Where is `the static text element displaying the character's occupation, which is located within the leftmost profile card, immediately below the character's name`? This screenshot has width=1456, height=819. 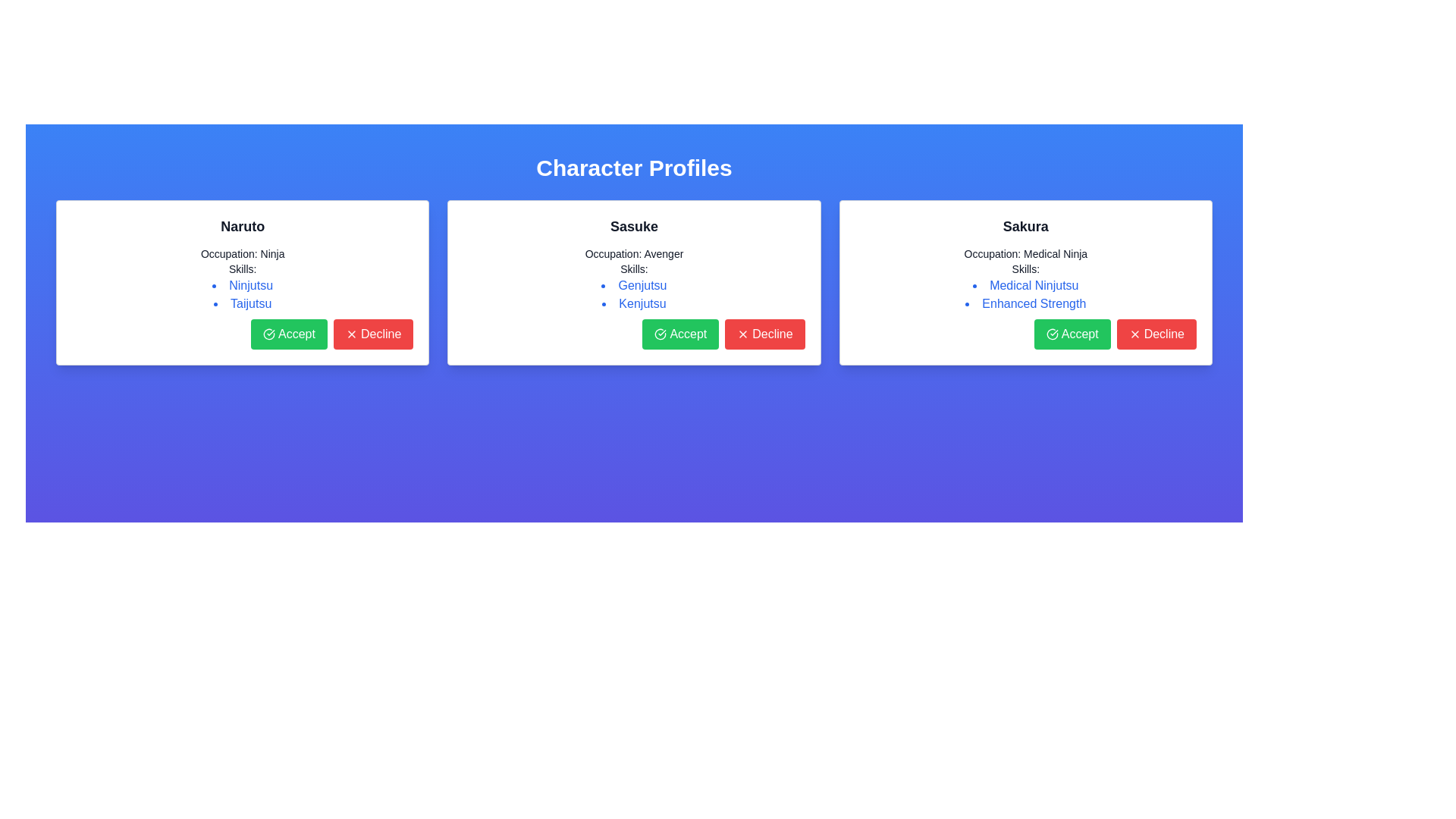 the static text element displaying the character's occupation, which is located within the leftmost profile card, immediately below the character's name is located at coordinates (243, 253).